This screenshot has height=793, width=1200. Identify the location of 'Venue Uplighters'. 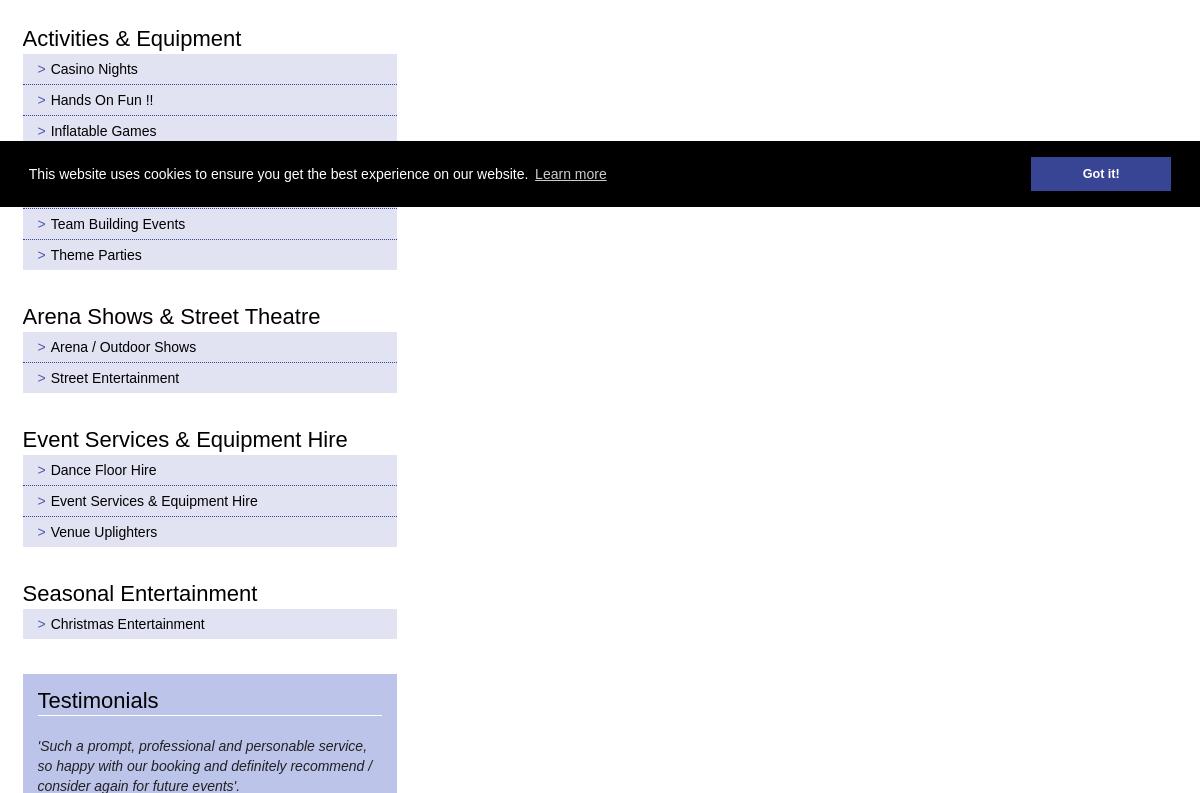
(103, 529).